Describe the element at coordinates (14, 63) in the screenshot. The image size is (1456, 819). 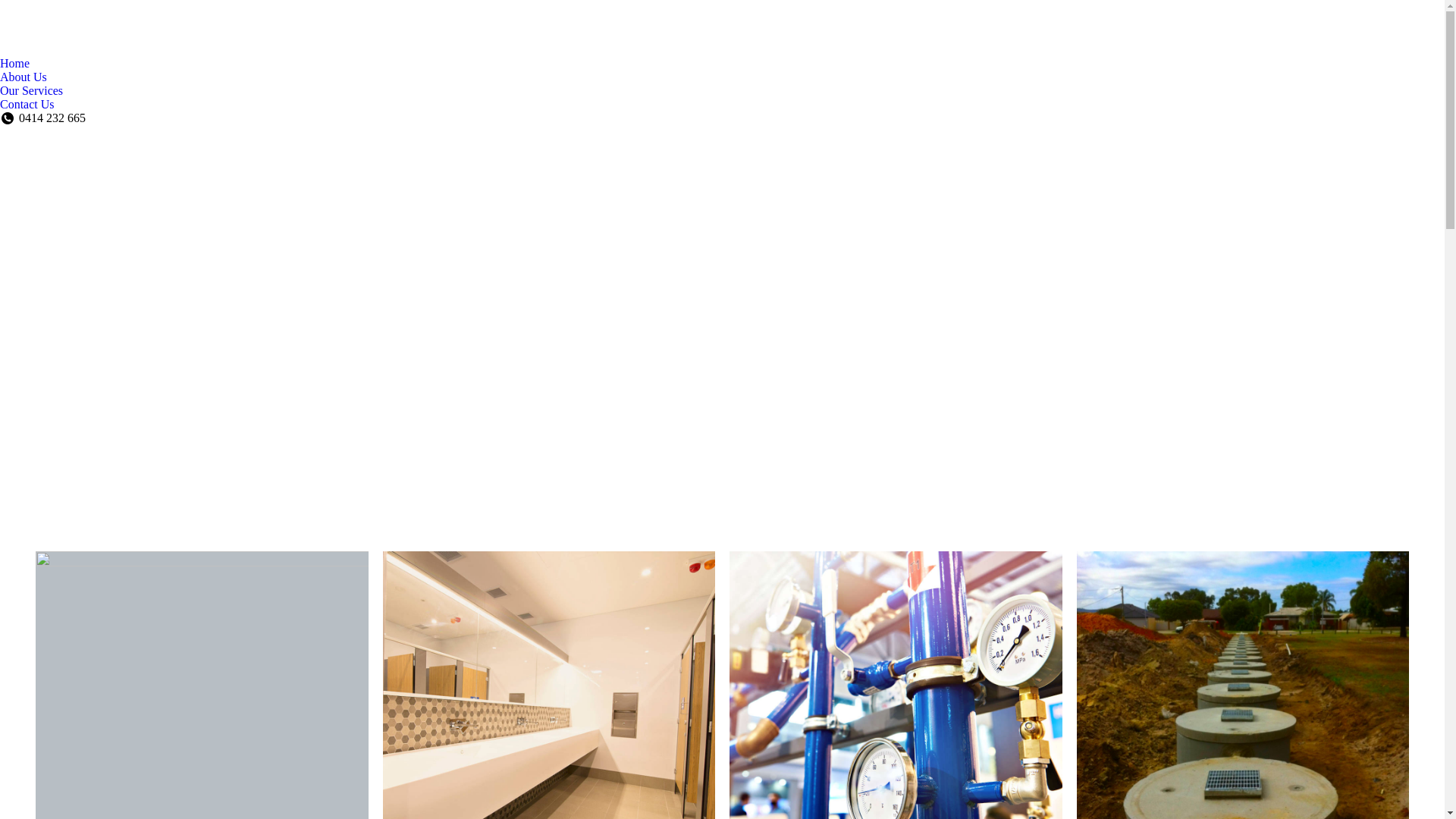
I see `'Home'` at that location.